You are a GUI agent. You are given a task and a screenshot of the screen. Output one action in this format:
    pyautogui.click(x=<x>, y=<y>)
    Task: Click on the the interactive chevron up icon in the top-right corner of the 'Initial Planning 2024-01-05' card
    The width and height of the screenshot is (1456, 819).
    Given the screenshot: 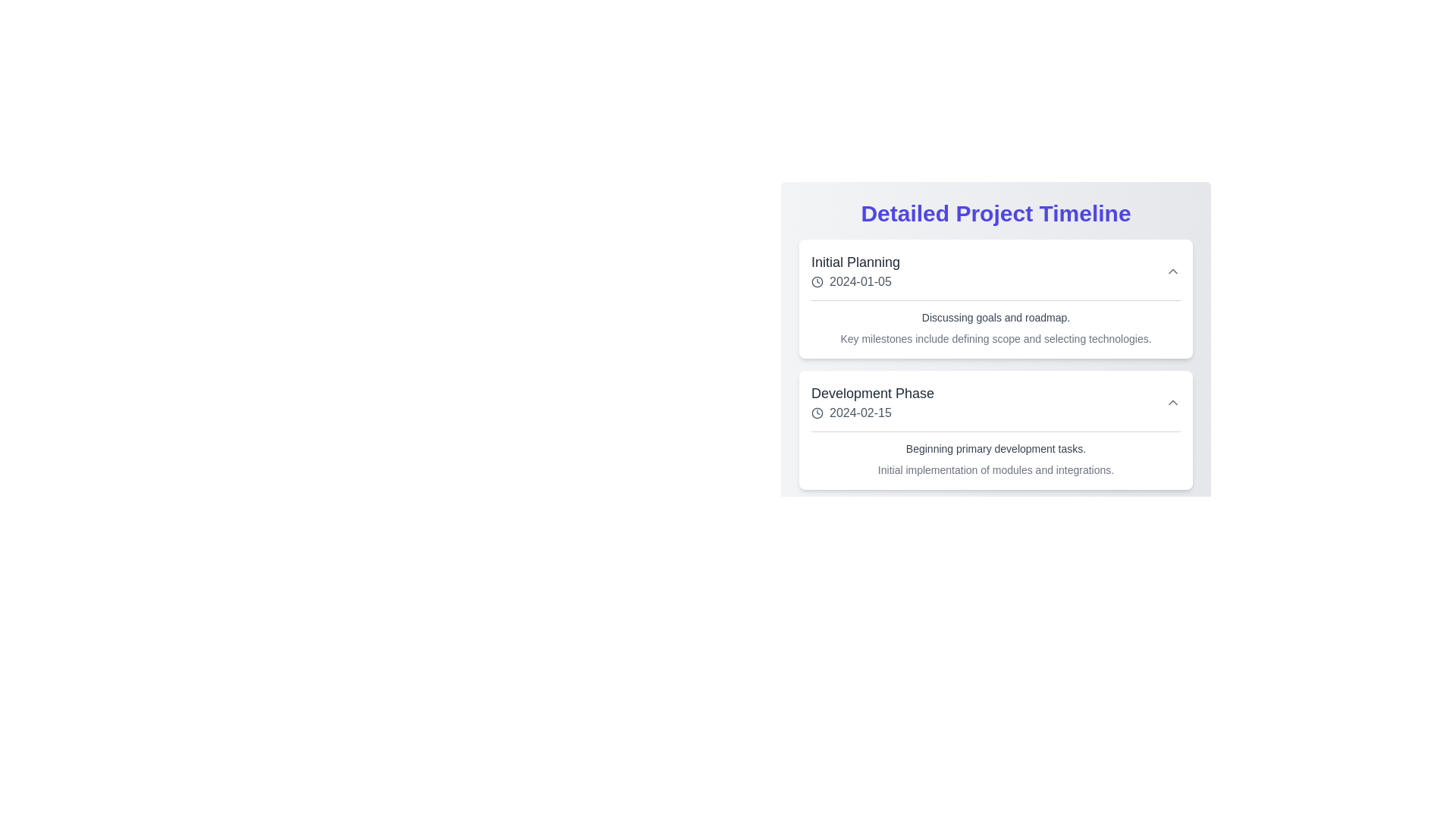 What is the action you would take?
    pyautogui.click(x=1172, y=271)
    